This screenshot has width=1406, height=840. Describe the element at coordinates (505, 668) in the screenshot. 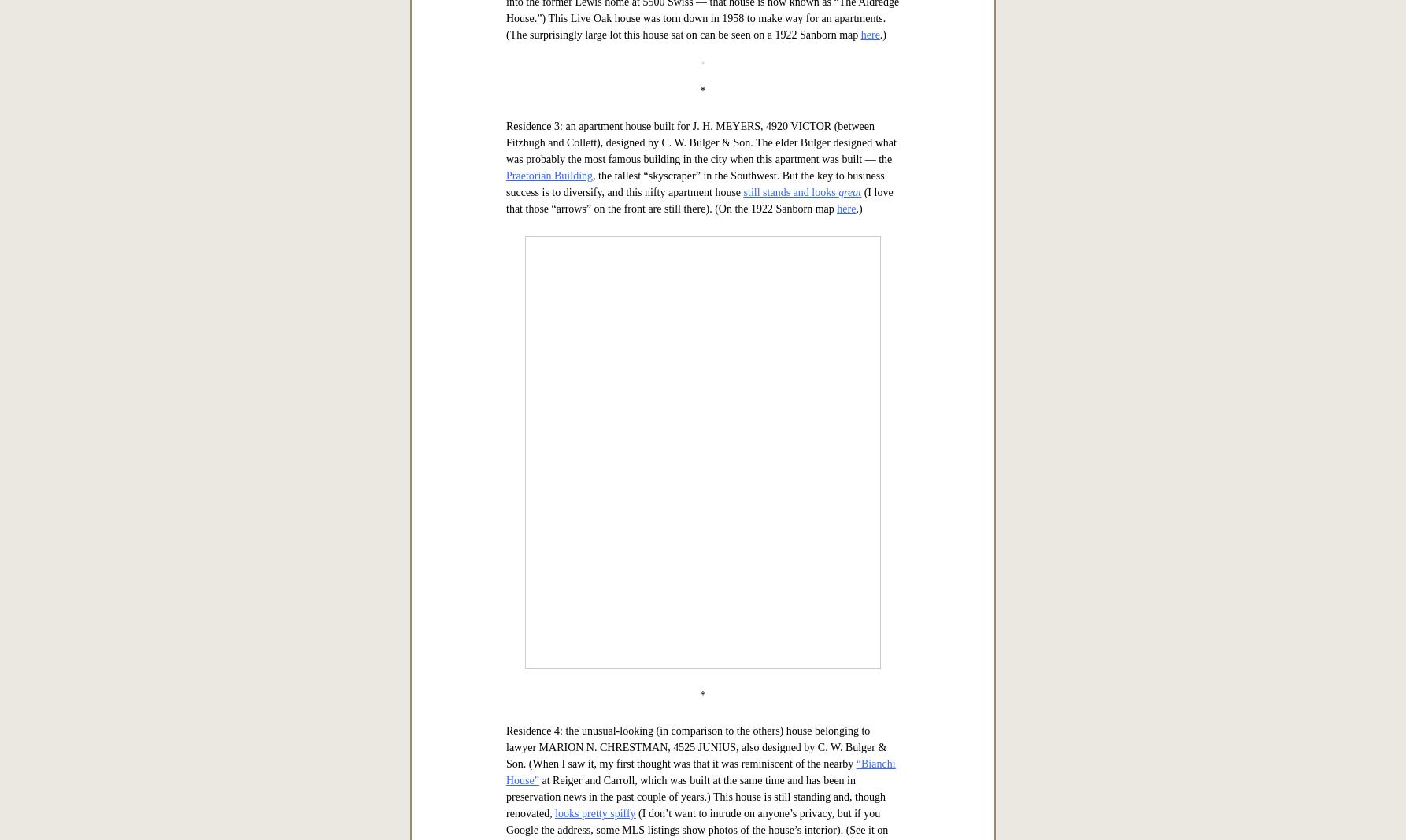

I see `'Praetorian Building'` at that location.